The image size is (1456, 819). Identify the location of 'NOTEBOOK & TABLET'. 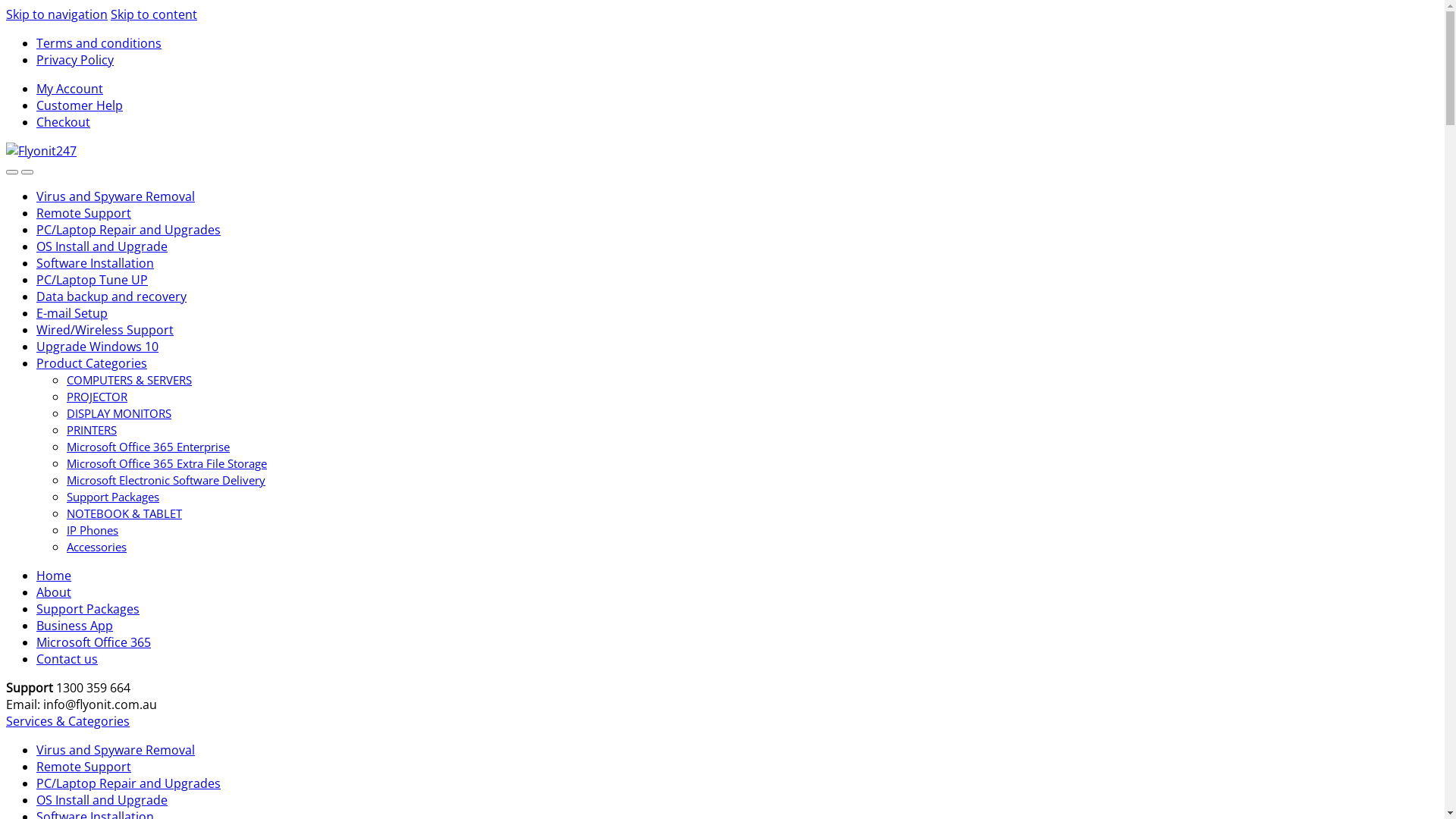
(124, 513).